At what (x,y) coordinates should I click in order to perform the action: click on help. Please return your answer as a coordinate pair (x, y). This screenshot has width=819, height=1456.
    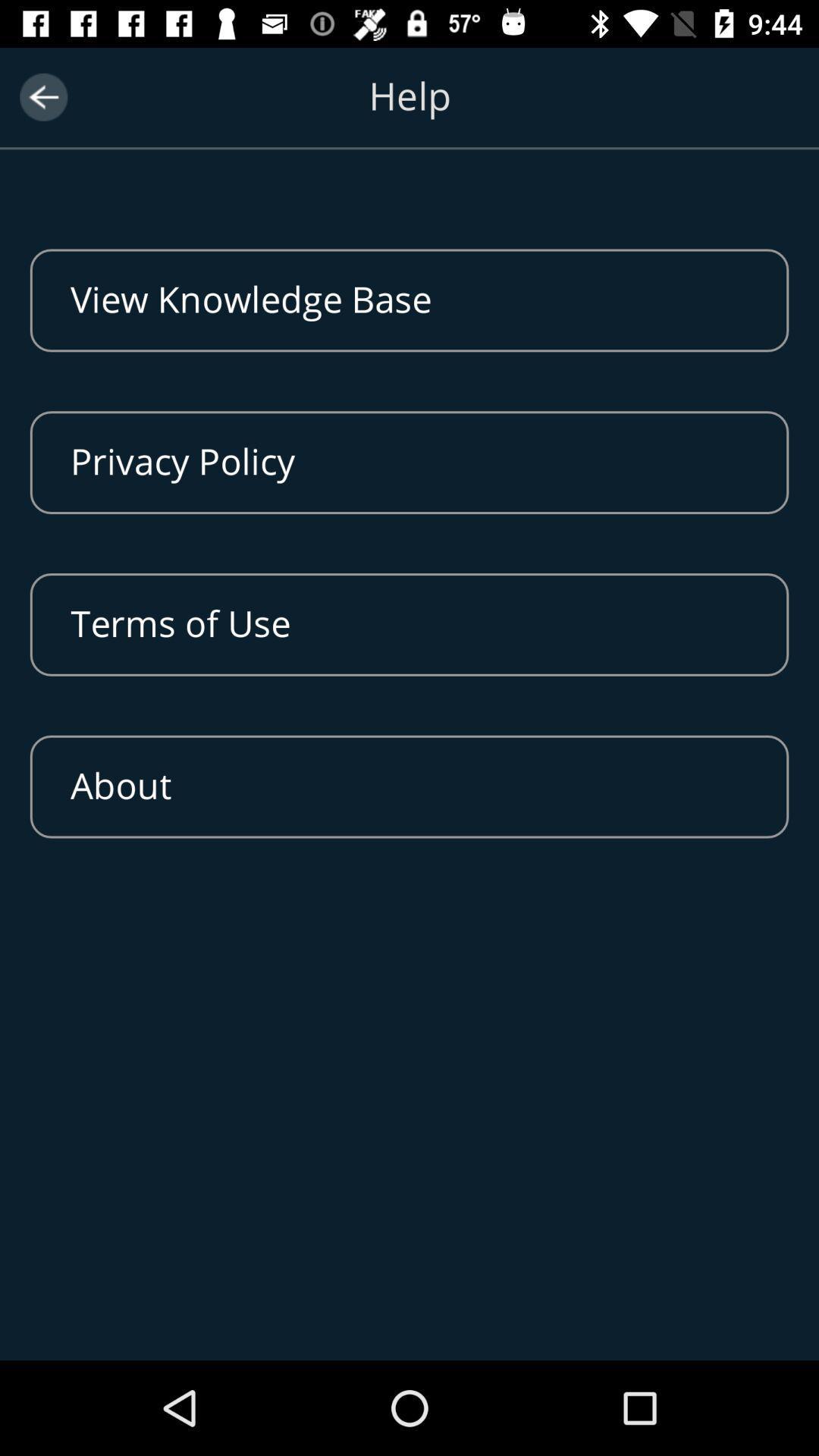
    Looking at the image, I should click on (409, 113).